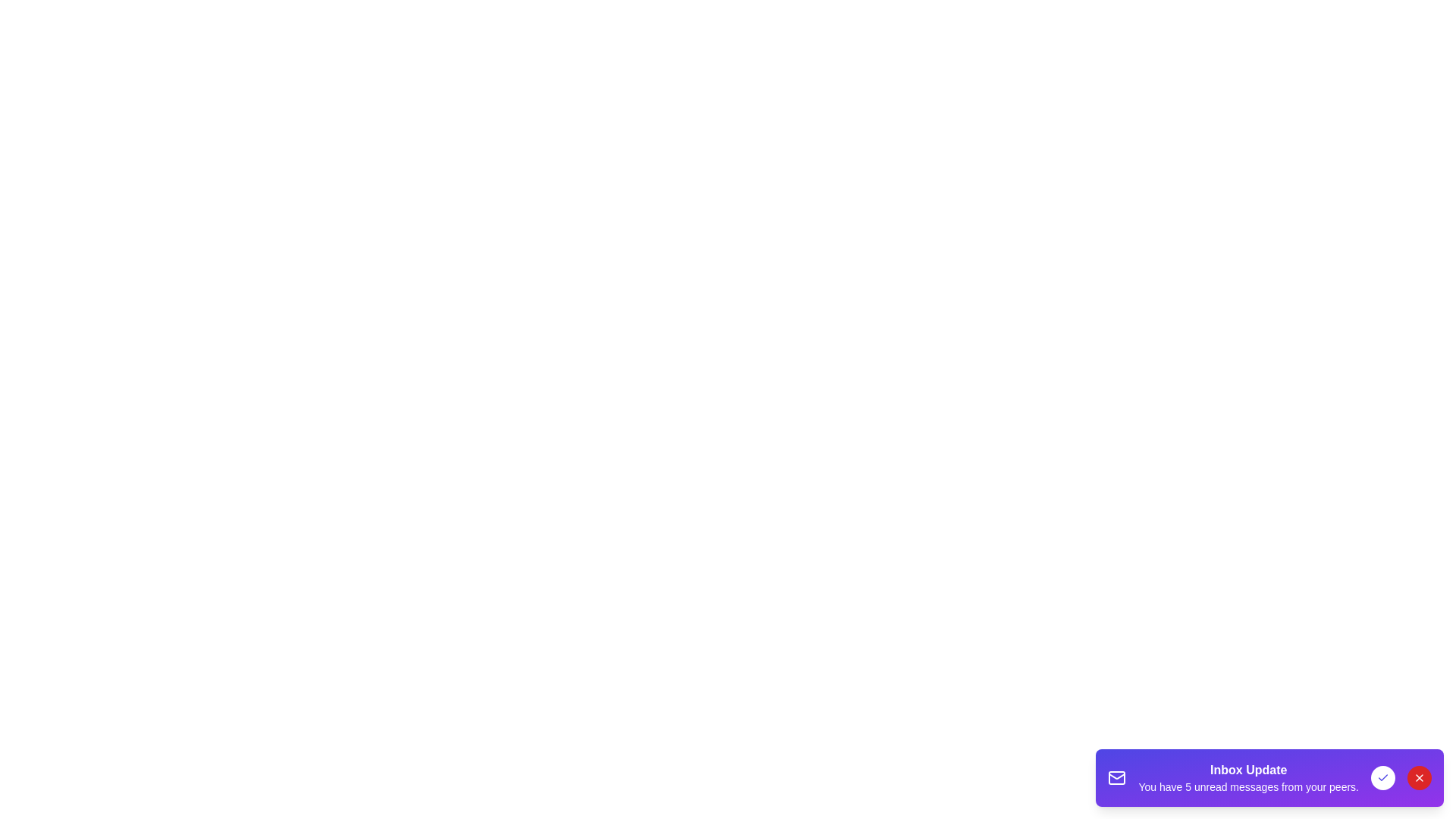 The image size is (1456, 819). I want to click on the 'Close' button to dismiss the notification, so click(1419, 778).